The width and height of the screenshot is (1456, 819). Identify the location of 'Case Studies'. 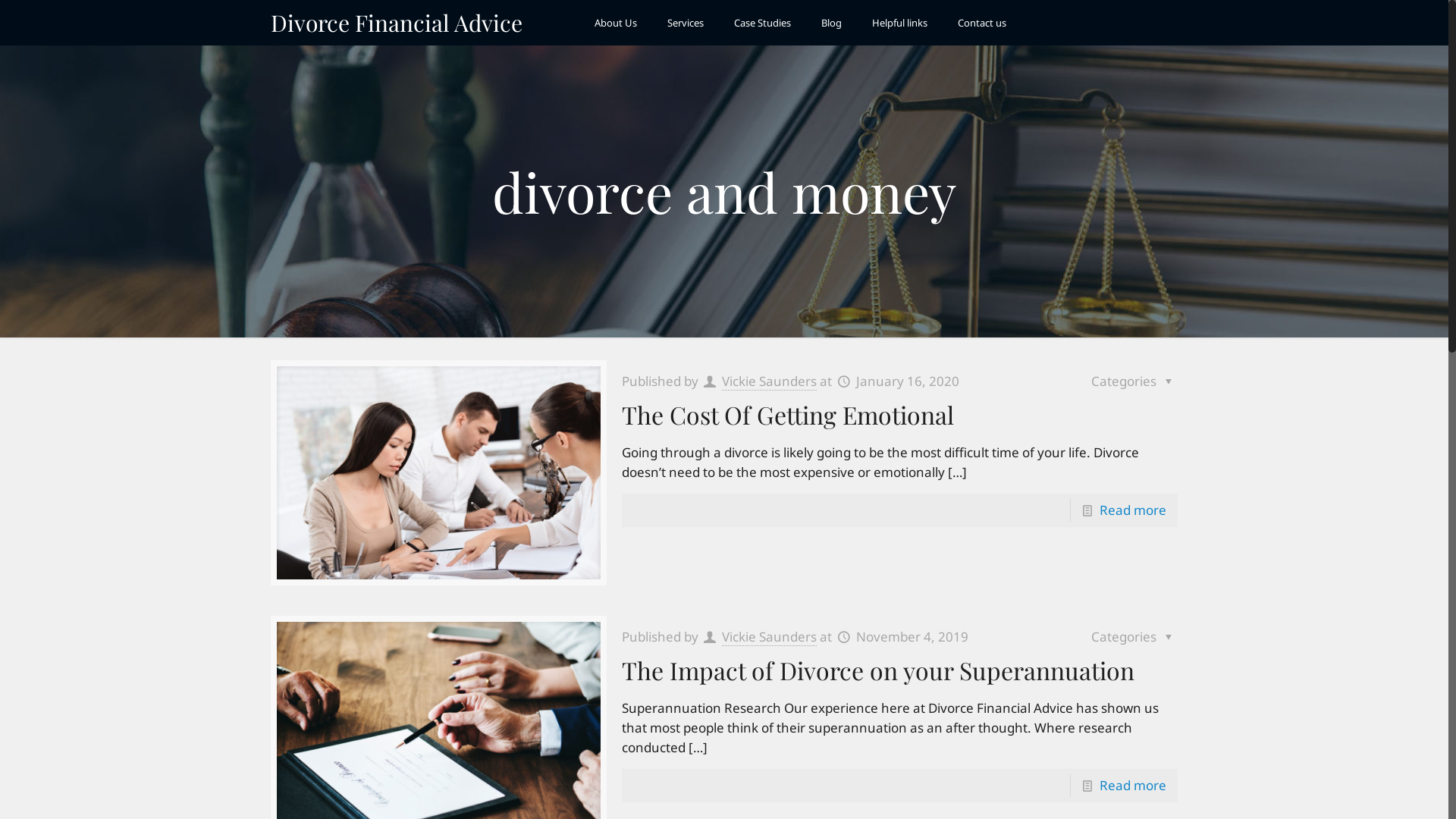
(762, 23).